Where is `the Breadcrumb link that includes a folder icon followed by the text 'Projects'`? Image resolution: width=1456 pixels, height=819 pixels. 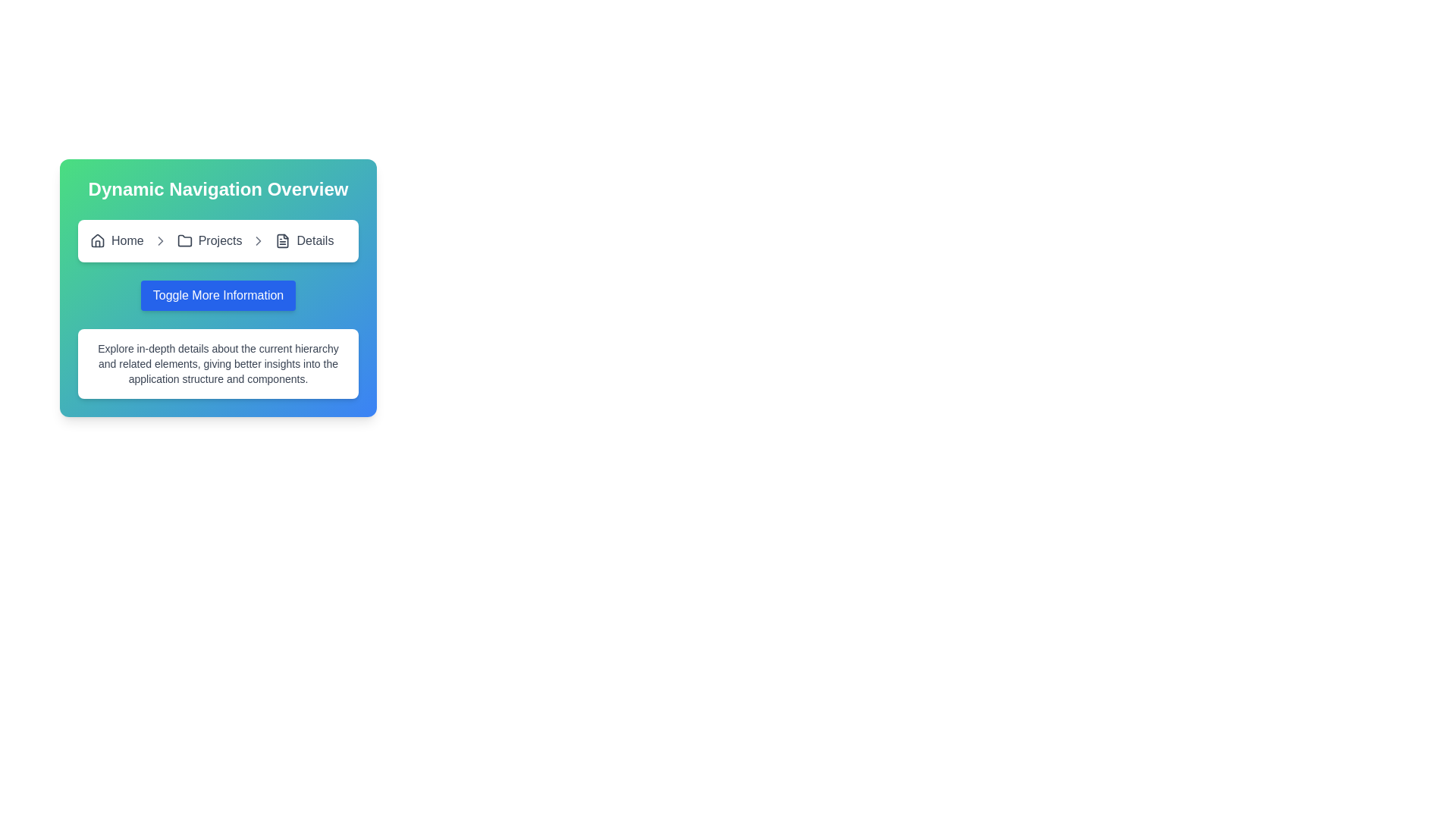 the Breadcrumb link that includes a folder icon followed by the text 'Projects' is located at coordinates (209, 240).